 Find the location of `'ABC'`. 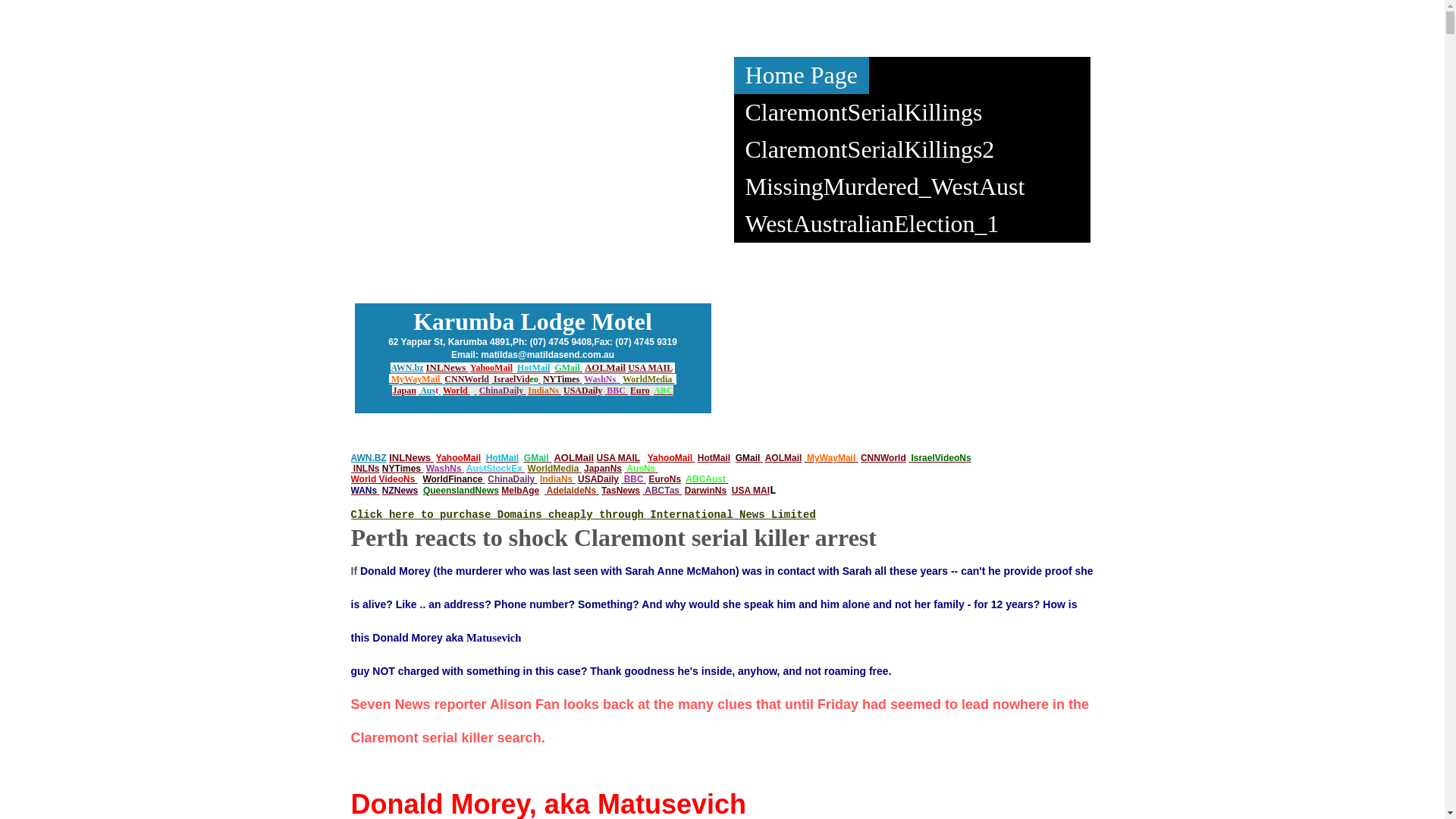

'ABC' is located at coordinates (663, 390).